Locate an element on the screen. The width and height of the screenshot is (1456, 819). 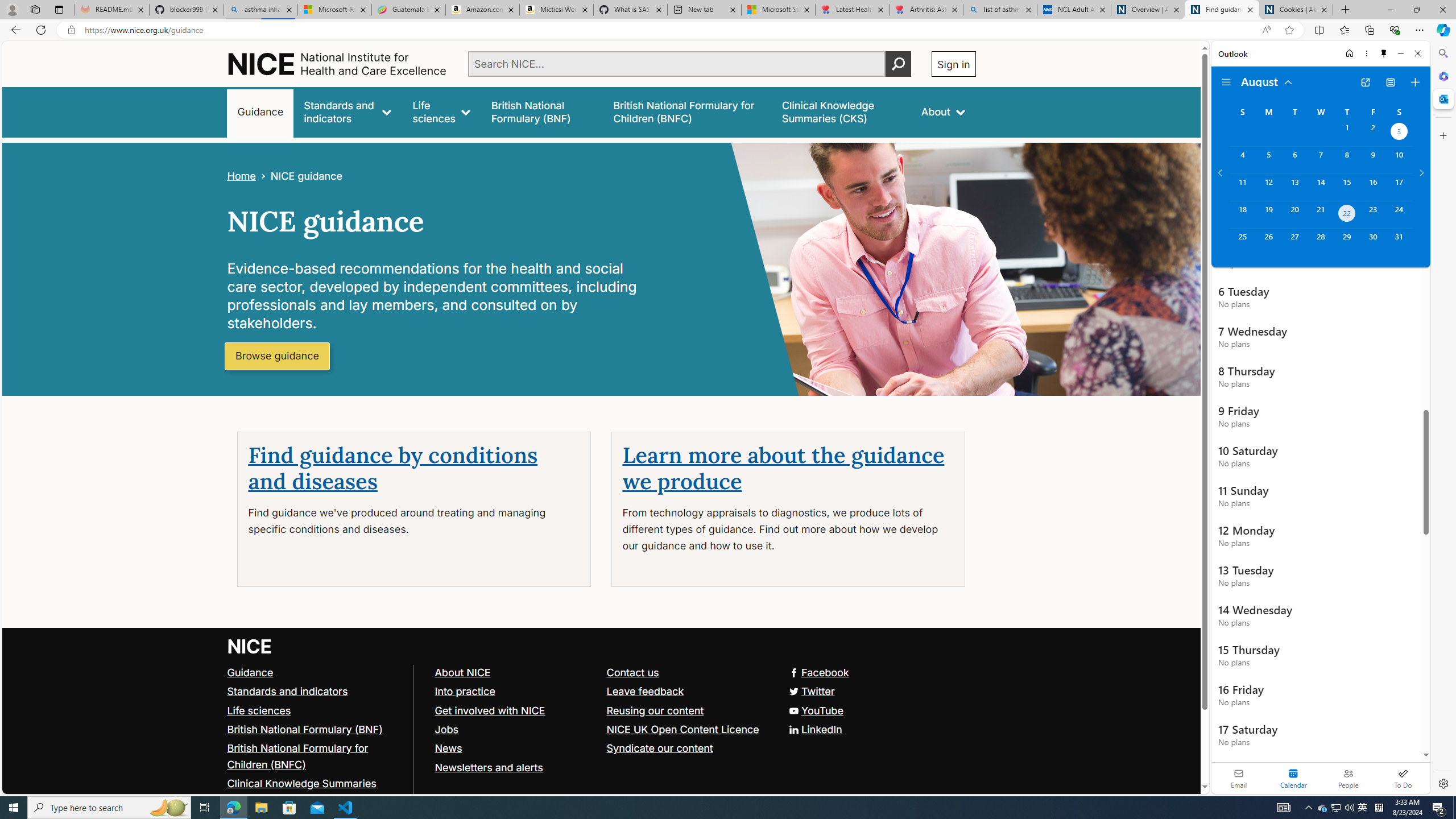
'Friday, August 30, 2024. ' is located at coordinates (1372, 242).